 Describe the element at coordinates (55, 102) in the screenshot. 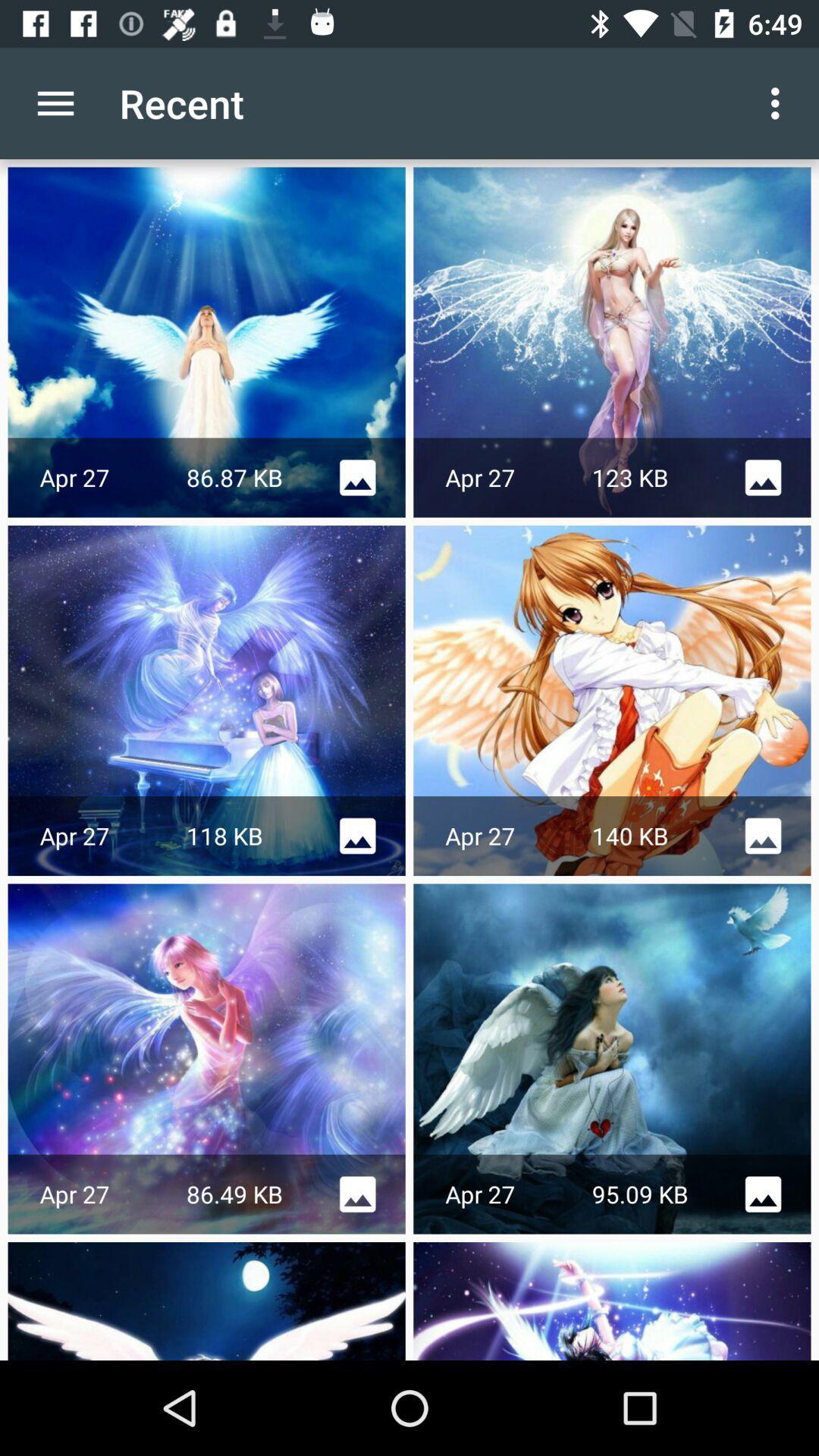

I see `item to the left of the recent item` at that location.